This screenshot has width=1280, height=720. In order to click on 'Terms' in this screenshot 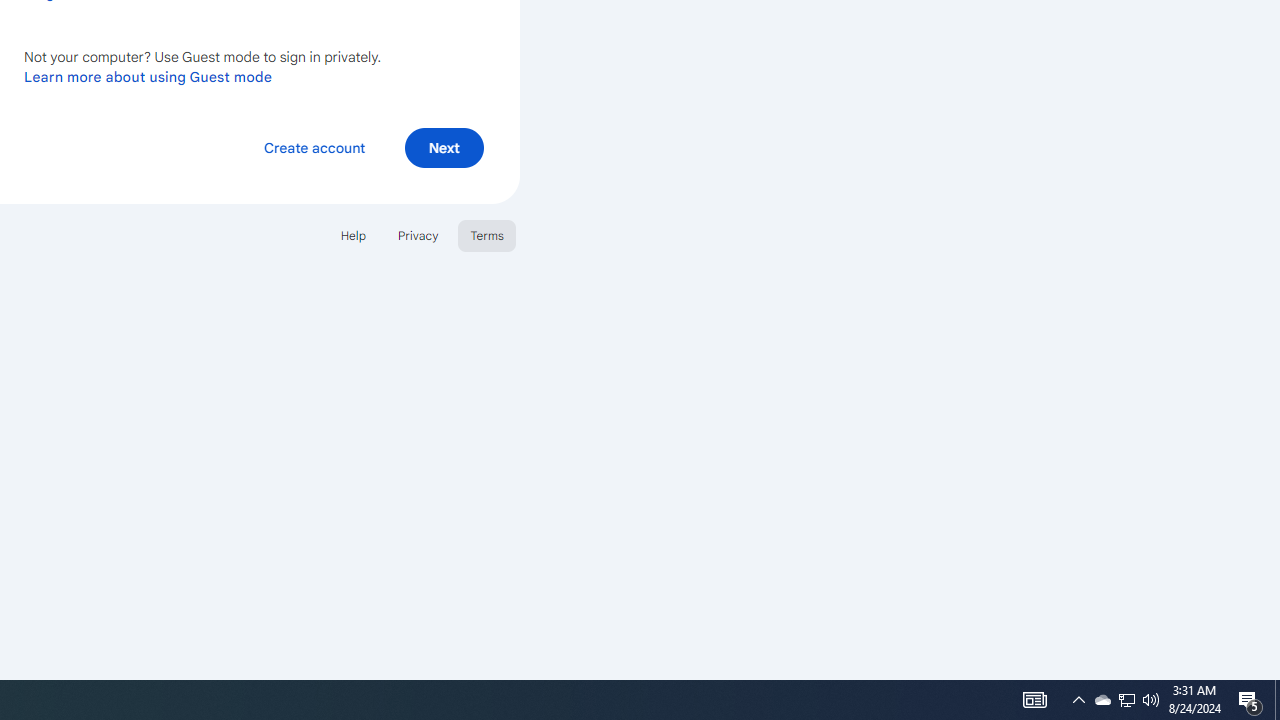, I will do `click(487, 234)`.